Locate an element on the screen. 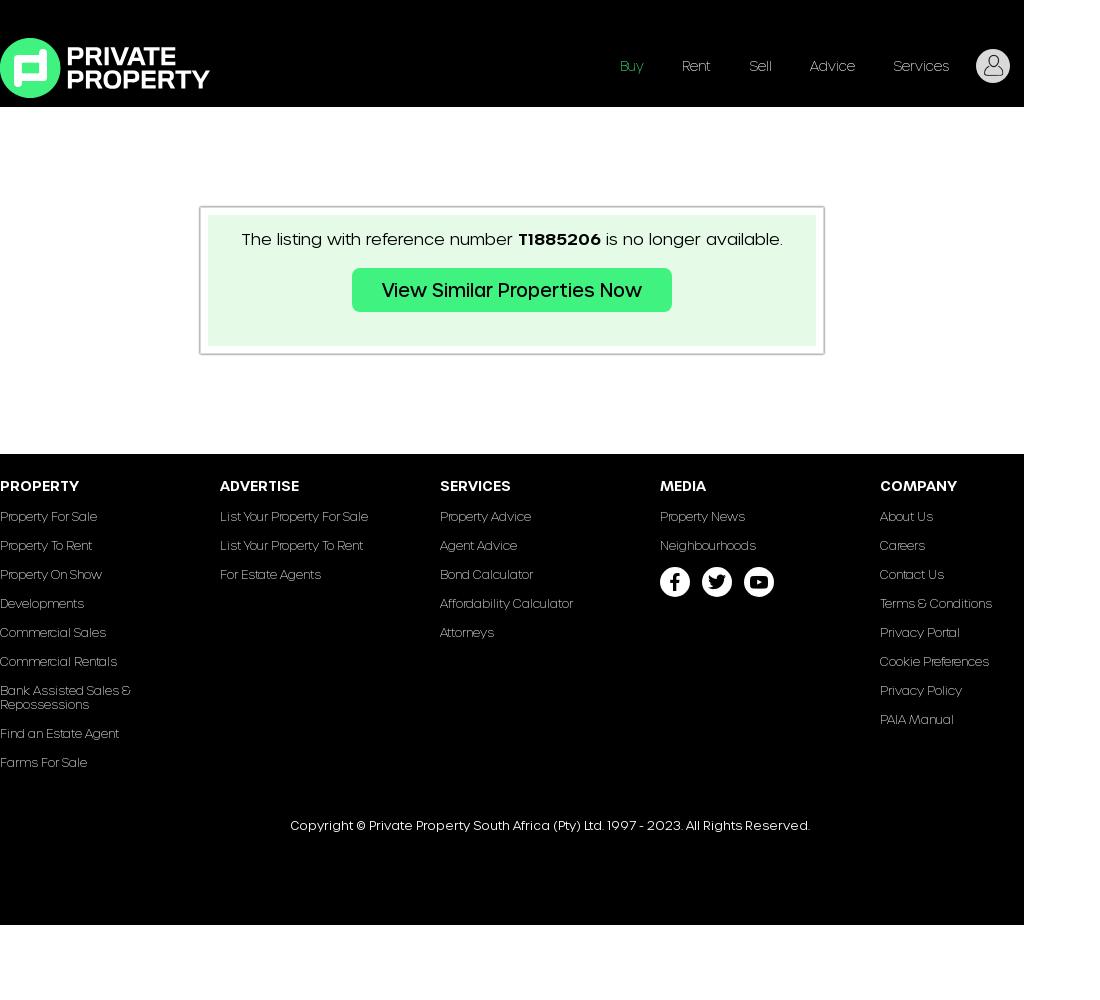 This screenshot has height=1000, width=1100. 'Contact Us' is located at coordinates (912, 573).